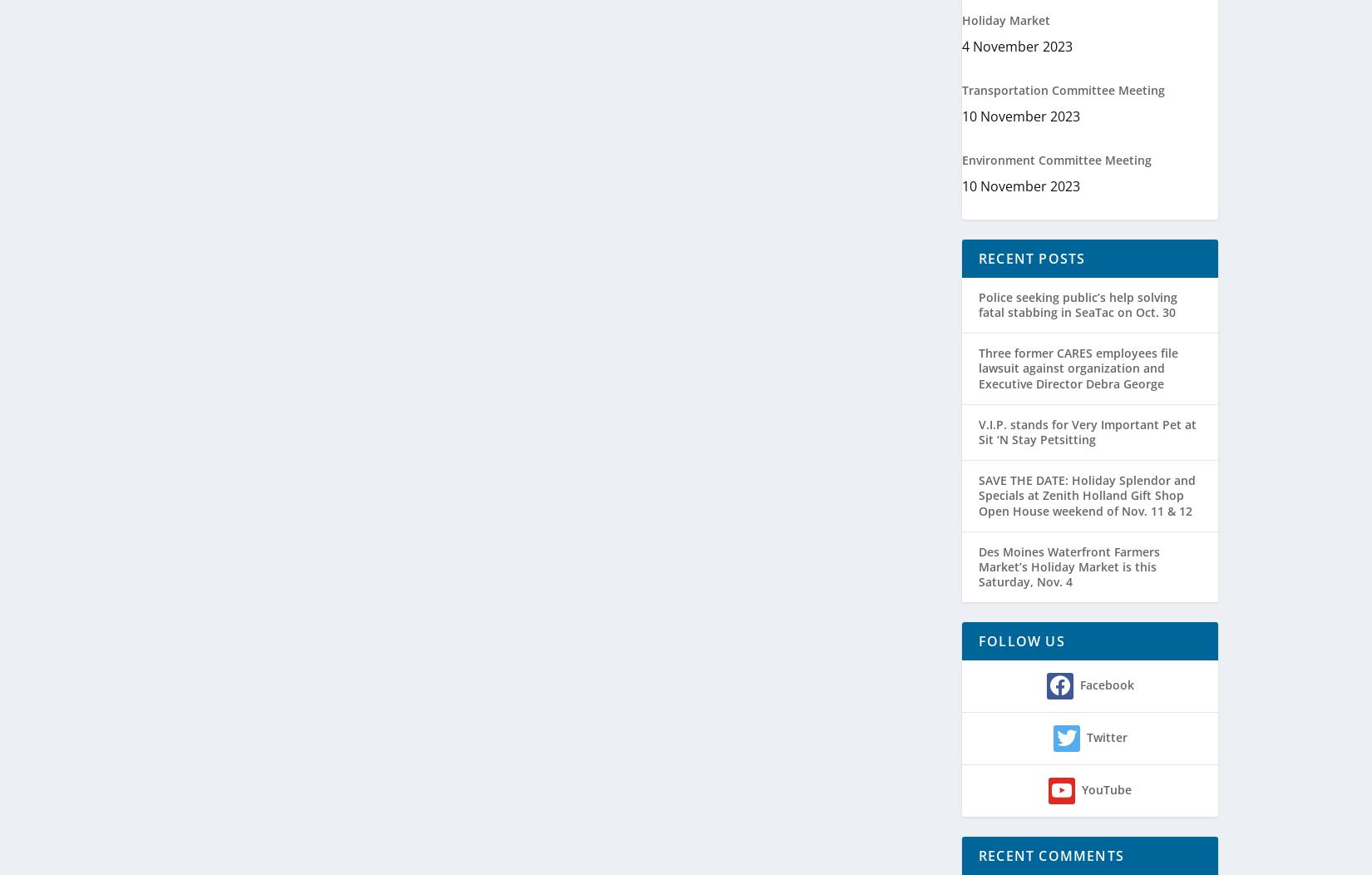 The image size is (1372, 875). Describe the element at coordinates (1030, 257) in the screenshot. I see `'Recent Posts'` at that location.